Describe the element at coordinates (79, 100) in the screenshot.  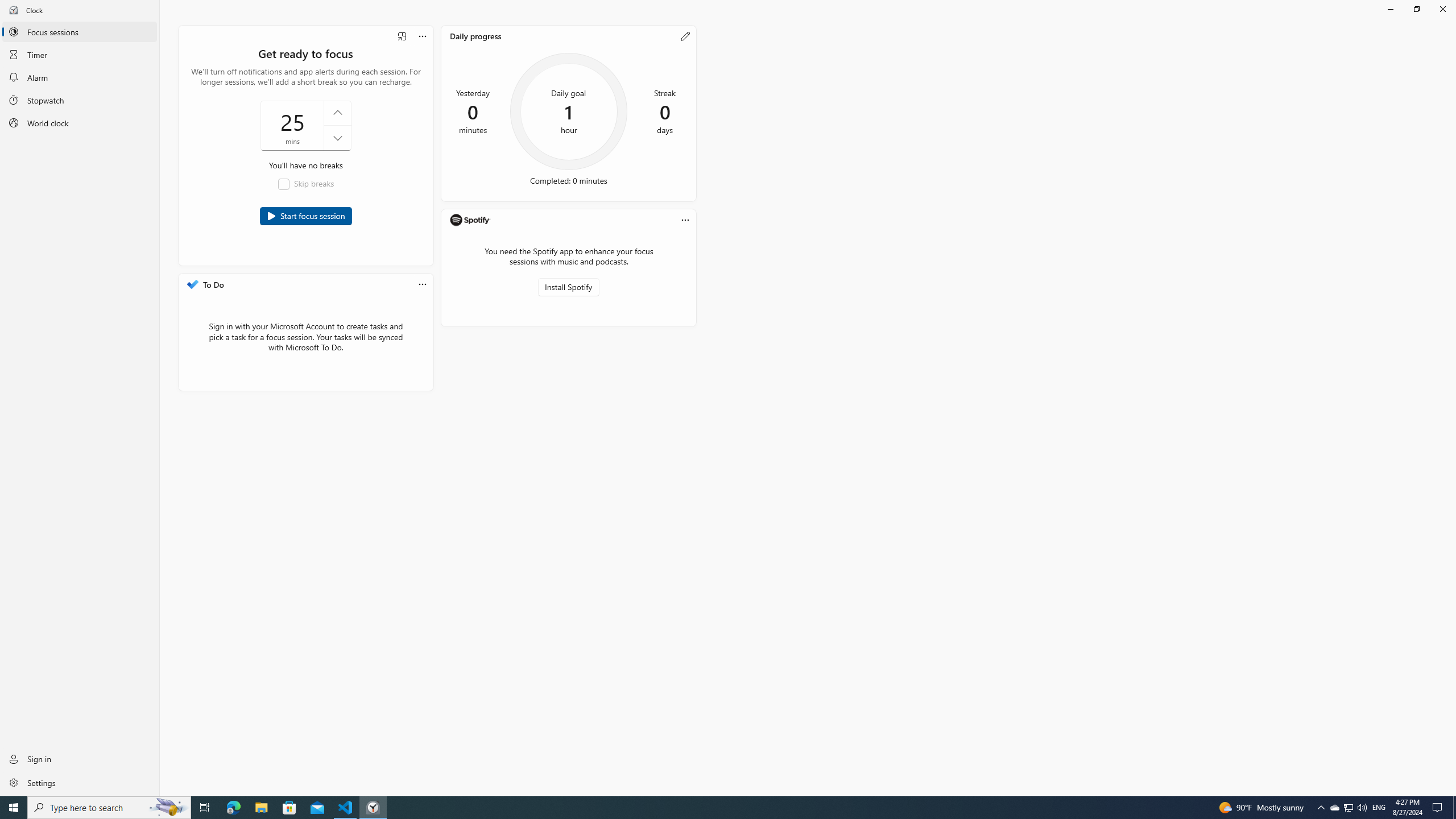
I see `'Stopwatch'` at that location.